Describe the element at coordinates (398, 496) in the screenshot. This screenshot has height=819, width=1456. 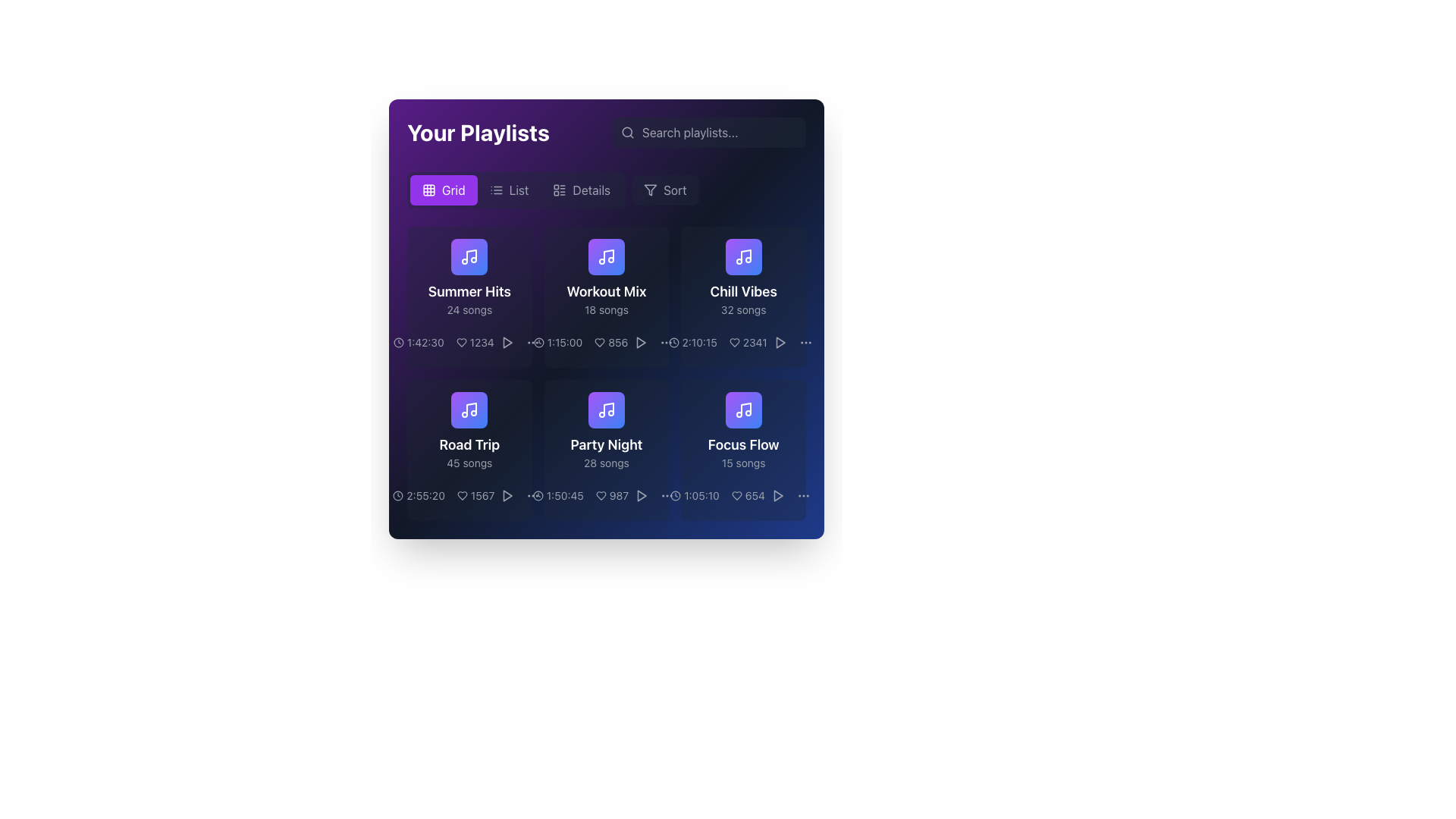
I see `the clock icon in the lower-left corner of the layout grid that indicates the duration of the 'Road Trip' playlist` at that location.